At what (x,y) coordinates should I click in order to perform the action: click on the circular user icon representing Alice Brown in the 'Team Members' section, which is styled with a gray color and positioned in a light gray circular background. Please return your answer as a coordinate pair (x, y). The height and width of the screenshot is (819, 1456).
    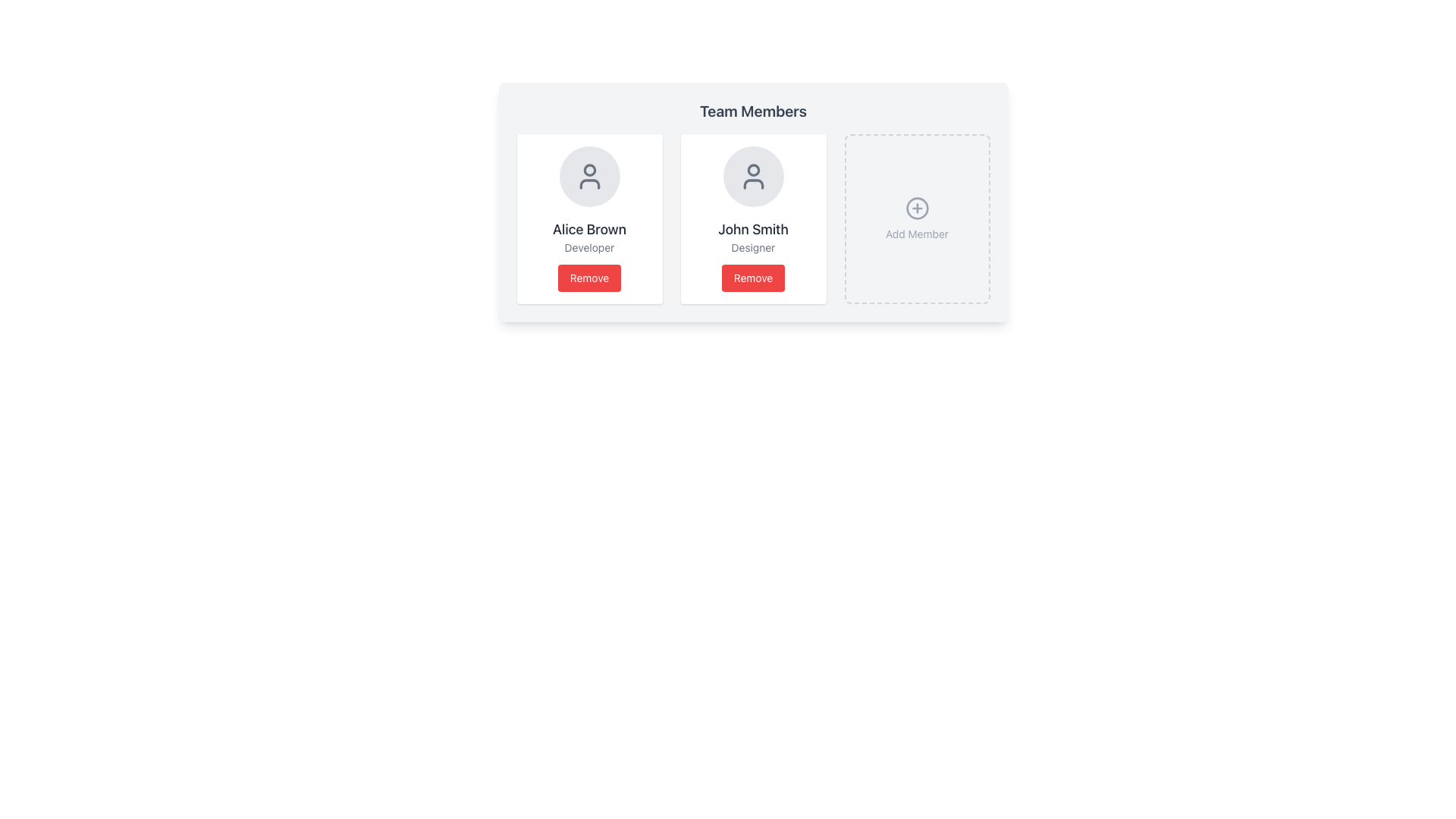
    Looking at the image, I should click on (588, 175).